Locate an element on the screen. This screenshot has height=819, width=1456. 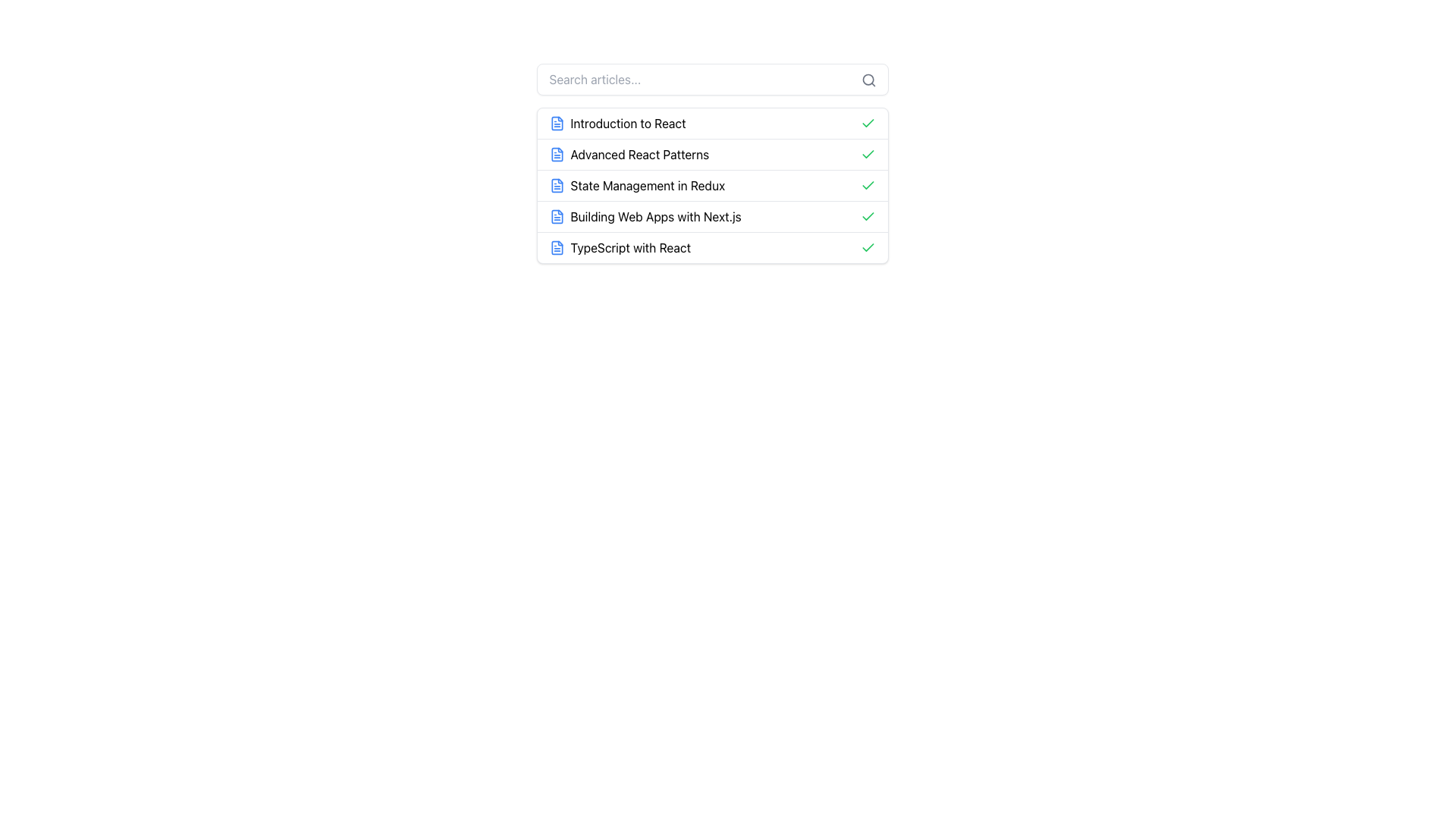
the green checkmark icon indicating completion for 'Introduction to React' is located at coordinates (868, 122).